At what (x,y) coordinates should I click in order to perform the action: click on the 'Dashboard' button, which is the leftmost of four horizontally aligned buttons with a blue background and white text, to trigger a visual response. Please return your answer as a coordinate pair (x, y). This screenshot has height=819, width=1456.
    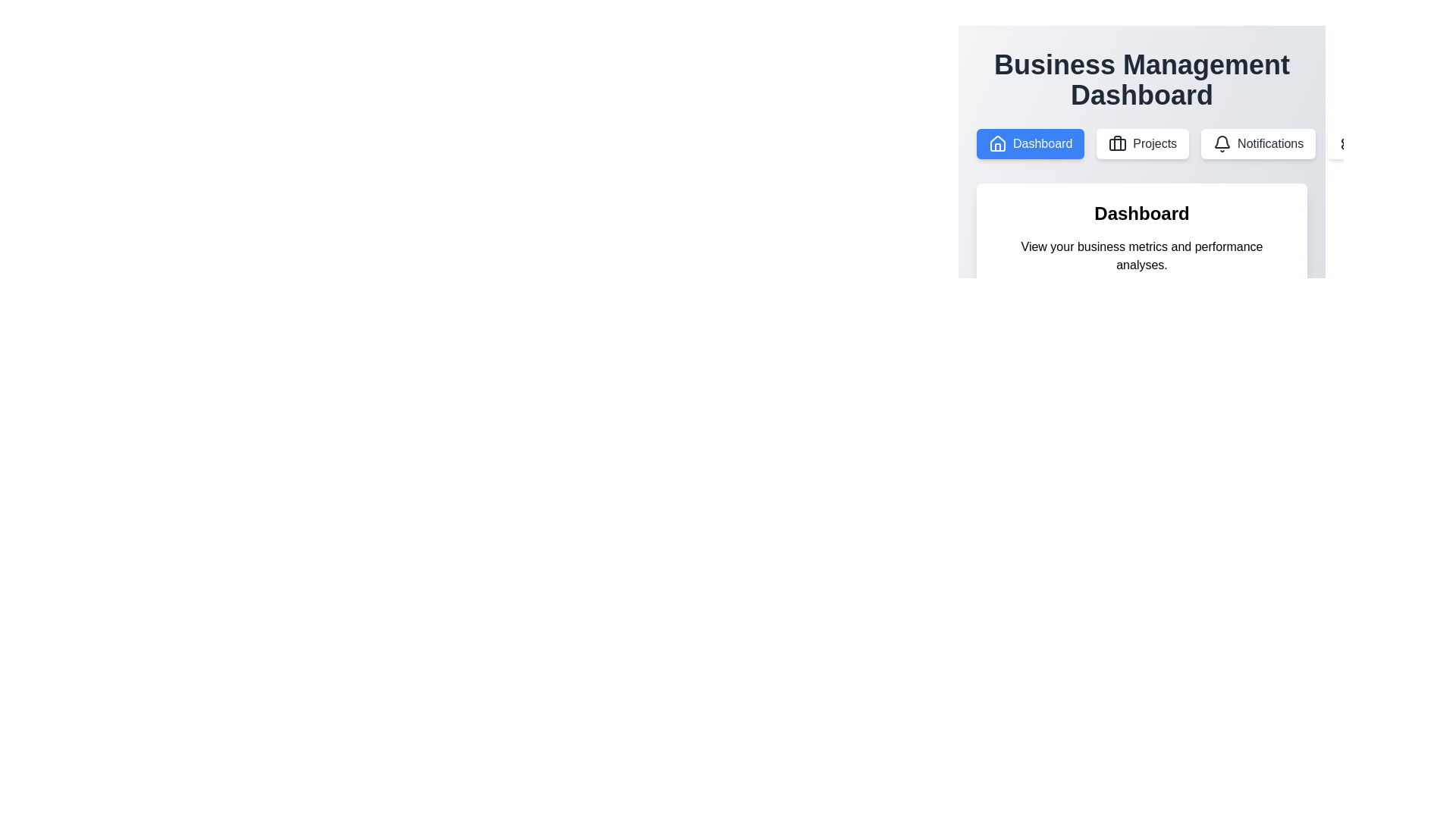
    Looking at the image, I should click on (1031, 143).